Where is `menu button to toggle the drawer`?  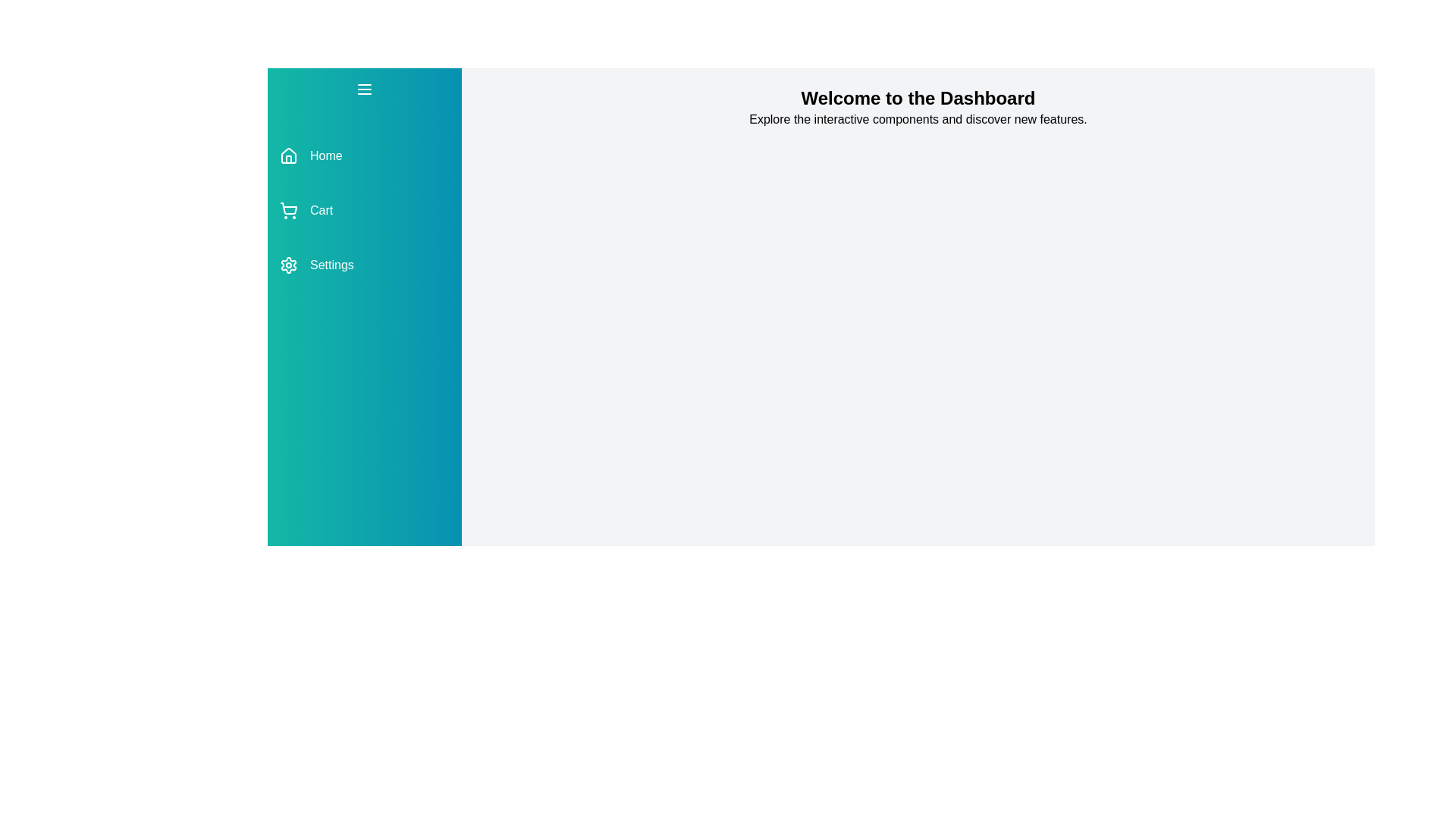 menu button to toggle the drawer is located at coordinates (364, 89).